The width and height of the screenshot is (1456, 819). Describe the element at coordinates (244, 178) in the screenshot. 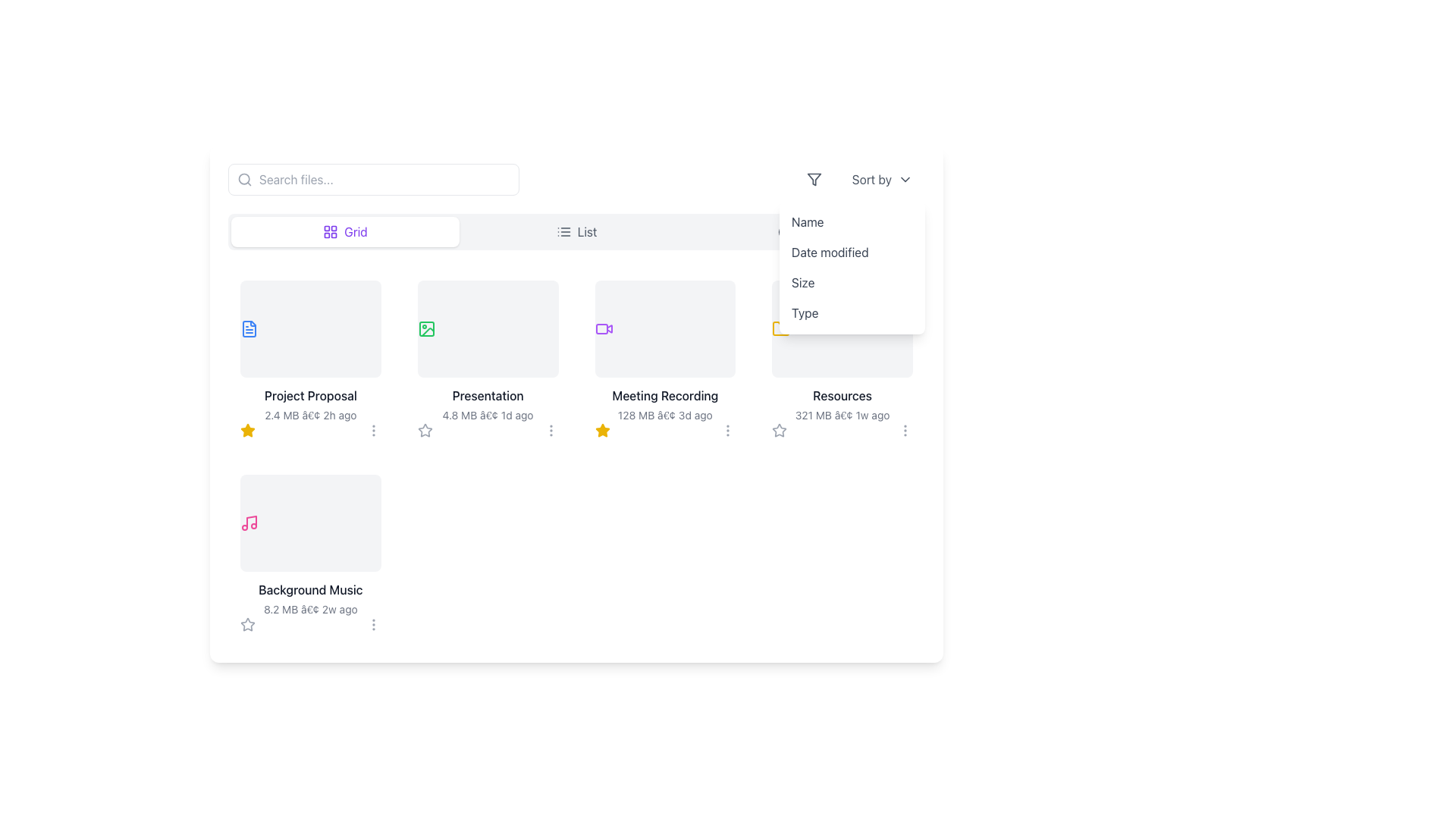

I see `the SVG circle element that is part of the search icon located at the top-left corner of the interface, inside the search bar text field` at that location.